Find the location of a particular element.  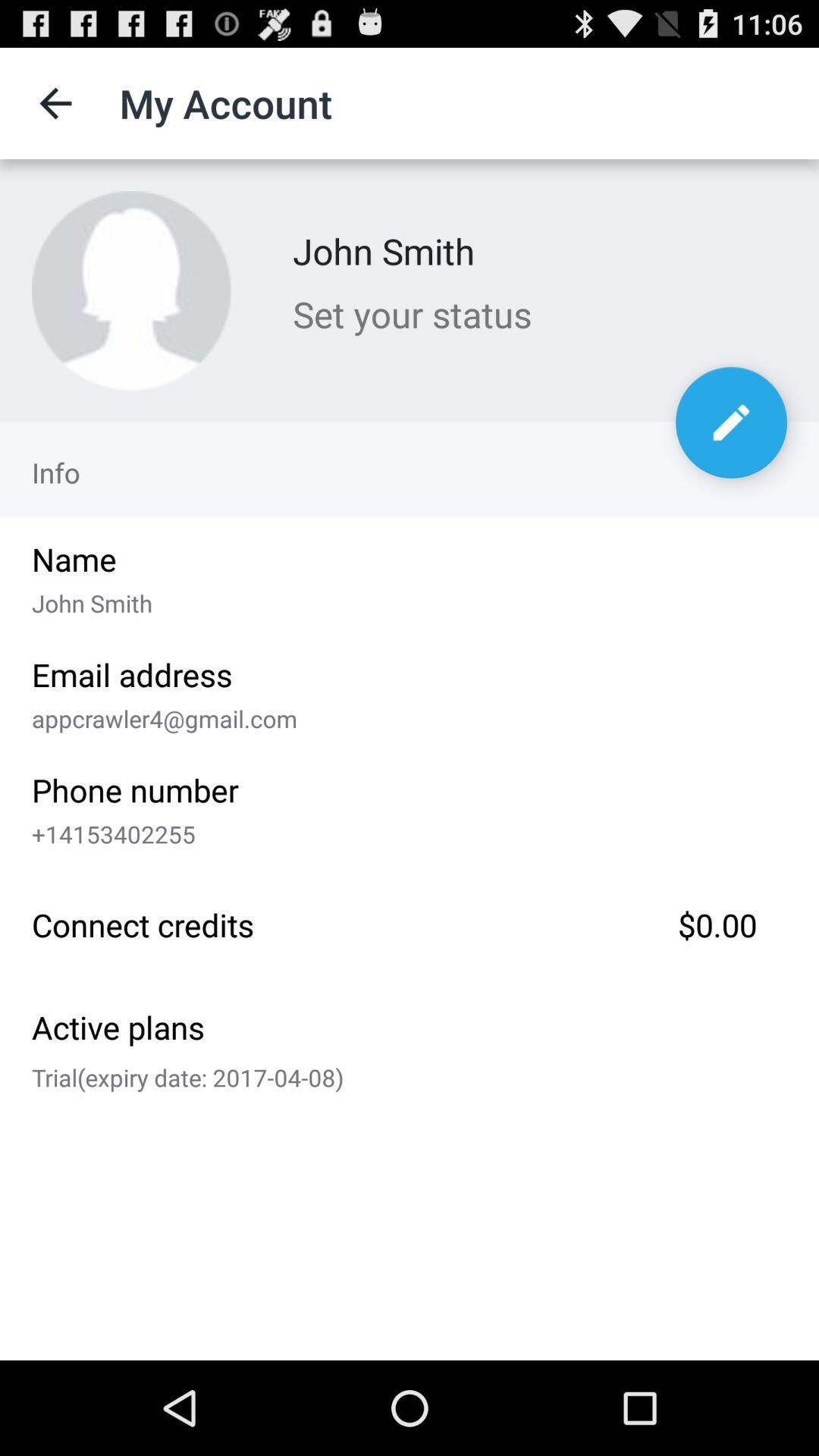

icon below phone number icon is located at coordinates (403, 830).